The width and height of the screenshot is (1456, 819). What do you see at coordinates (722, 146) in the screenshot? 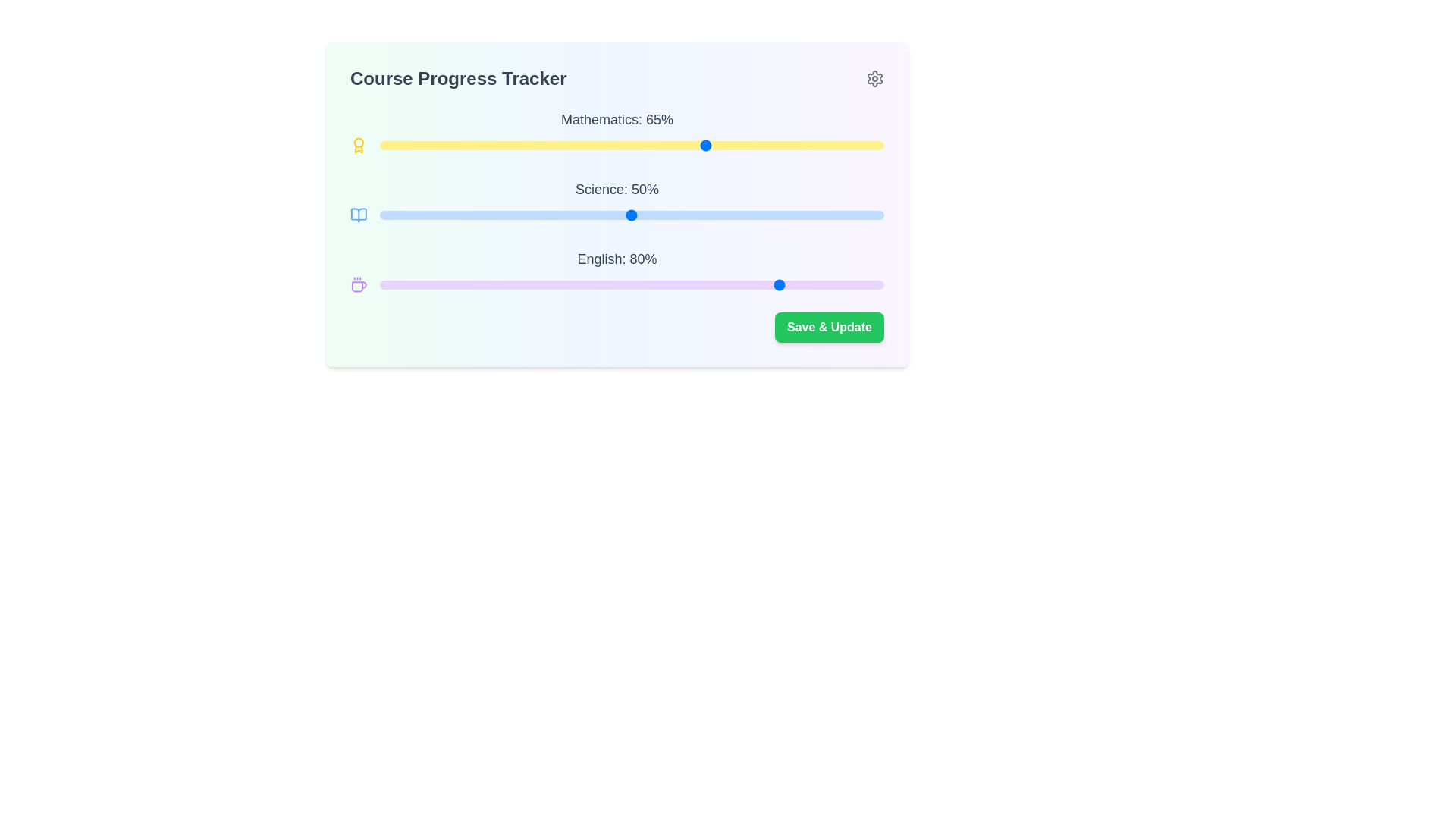
I see `the mathematics progress` at bounding box center [722, 146].